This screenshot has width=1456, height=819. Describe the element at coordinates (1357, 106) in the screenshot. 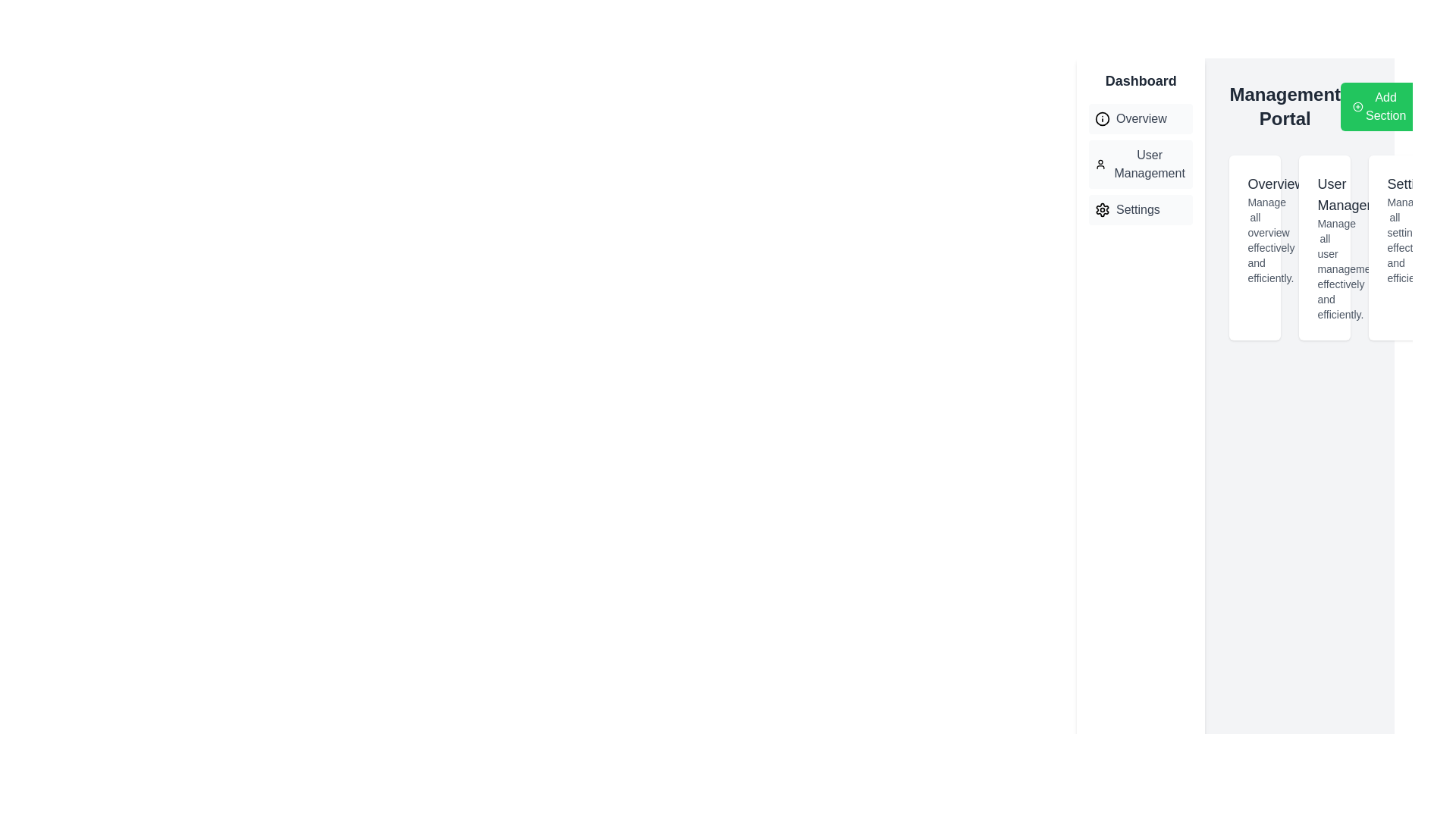

I see `the circular icon with a plus sign in the upper right corner of the 'Management Portal' panel, located within the green 'Add Section' rectangle` at that location.